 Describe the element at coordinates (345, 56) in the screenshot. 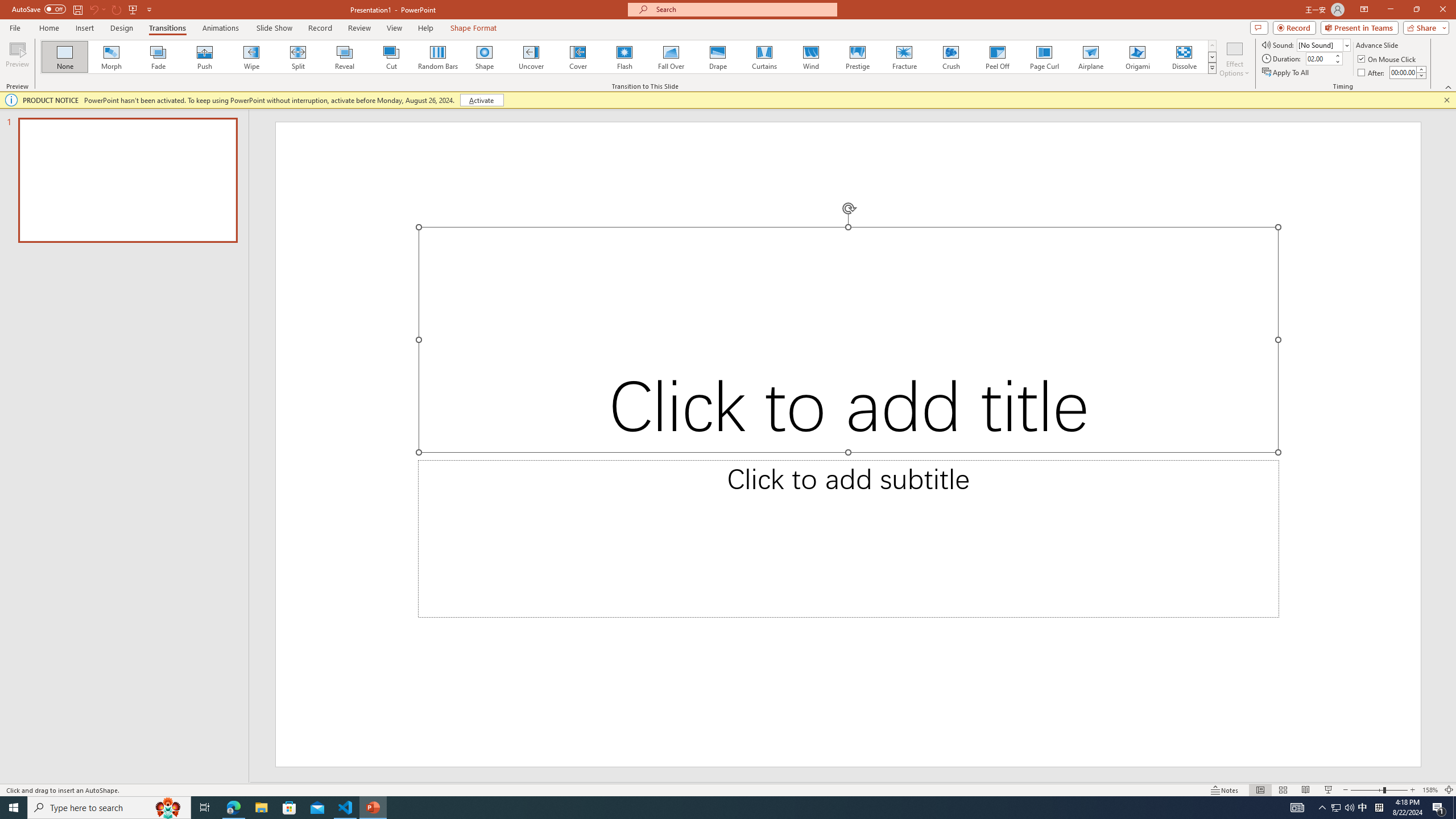

I see `'Reveal'` at that location.